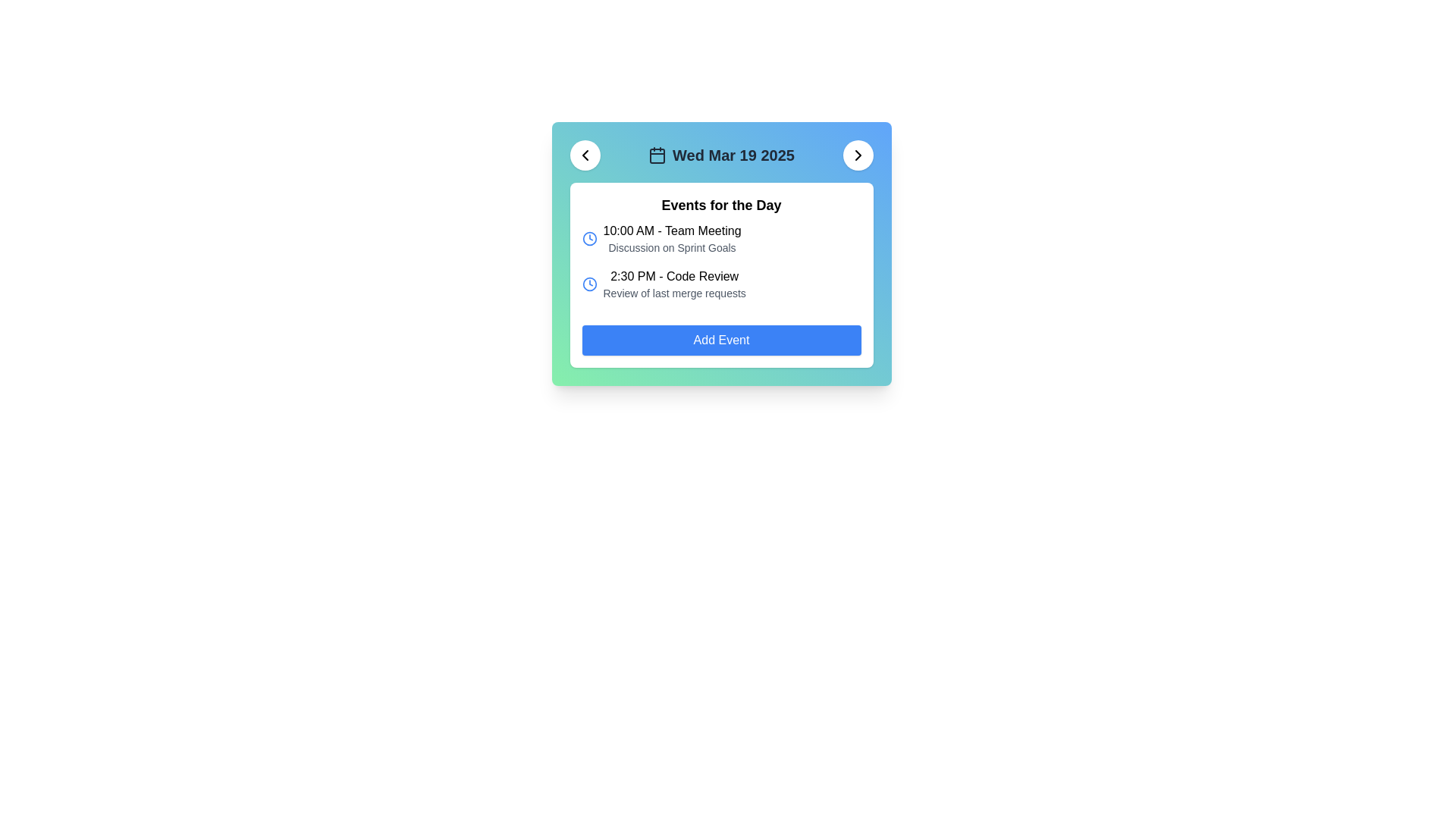  Describe the element at coordinates (673, 284) in the screenshot. I see `the text block displaying the title '2:30 PM - Code Review' and subtitle 'Review of last merge requests'` at that location.